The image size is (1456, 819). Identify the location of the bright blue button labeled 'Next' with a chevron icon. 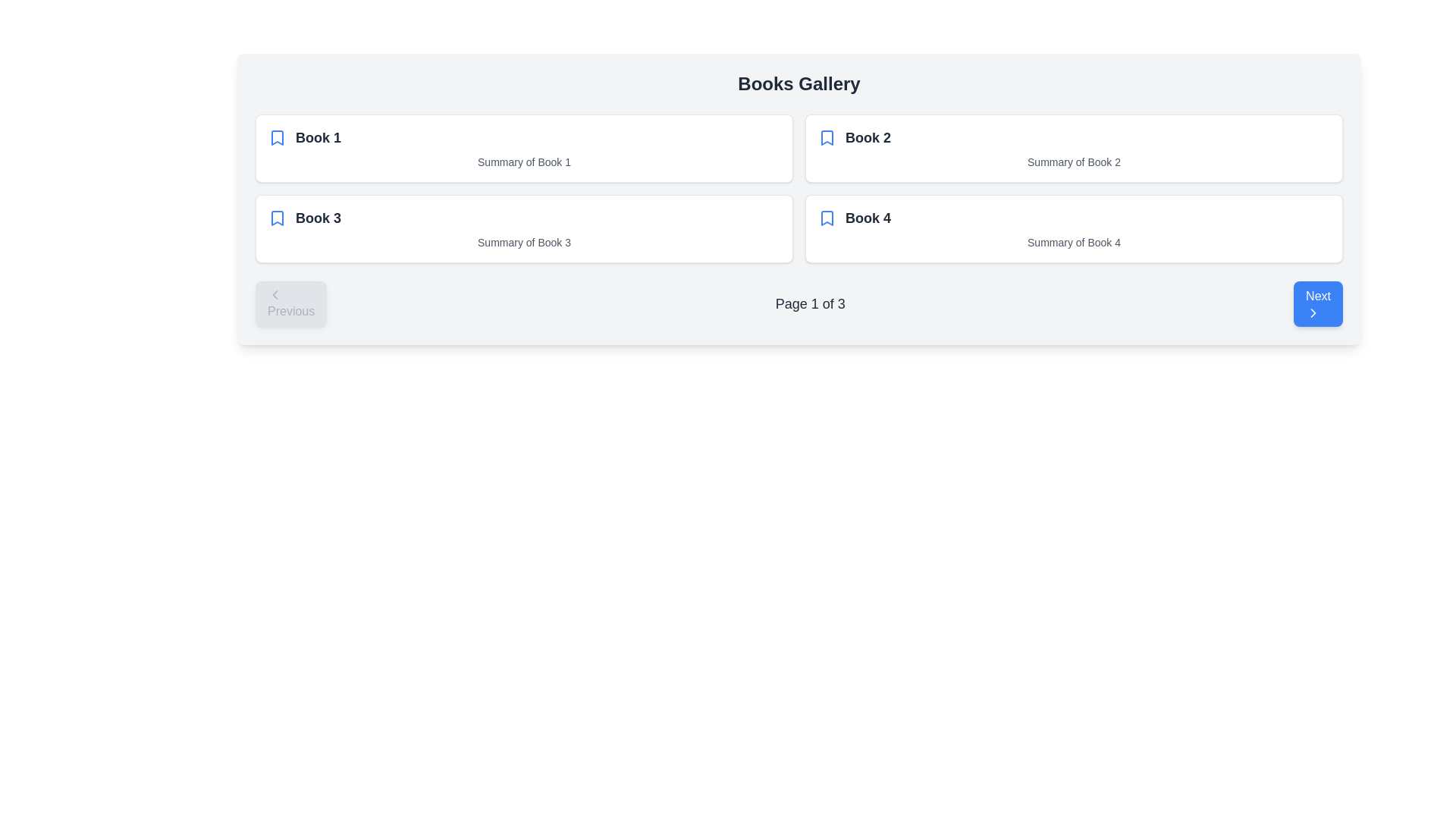
(1317, 304).